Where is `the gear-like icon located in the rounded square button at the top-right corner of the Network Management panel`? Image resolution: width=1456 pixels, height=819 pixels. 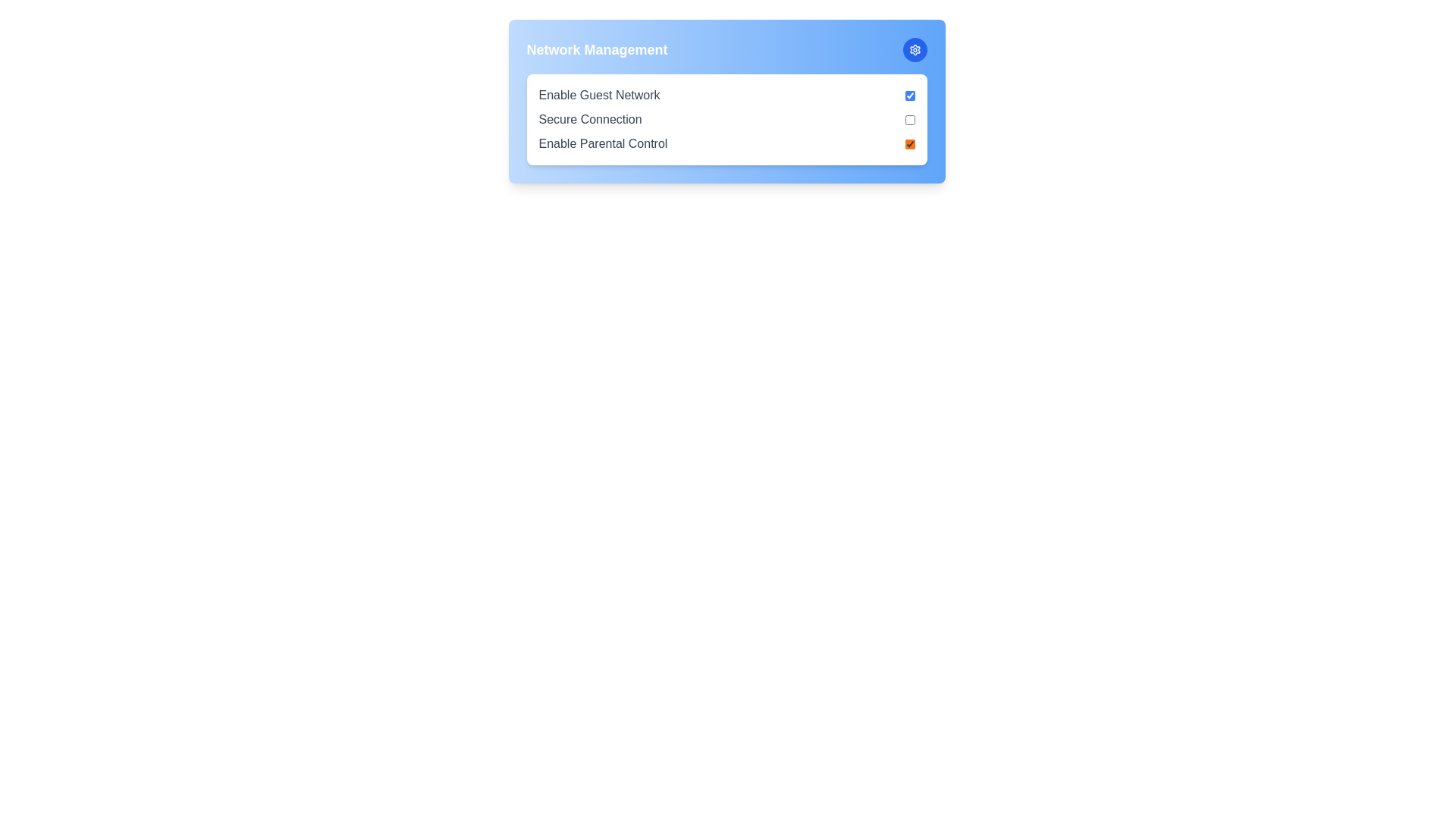
the gear-like icon located in the rounded square button at the top-right corner of the Network Management panel is located at coordinates (914, 49).